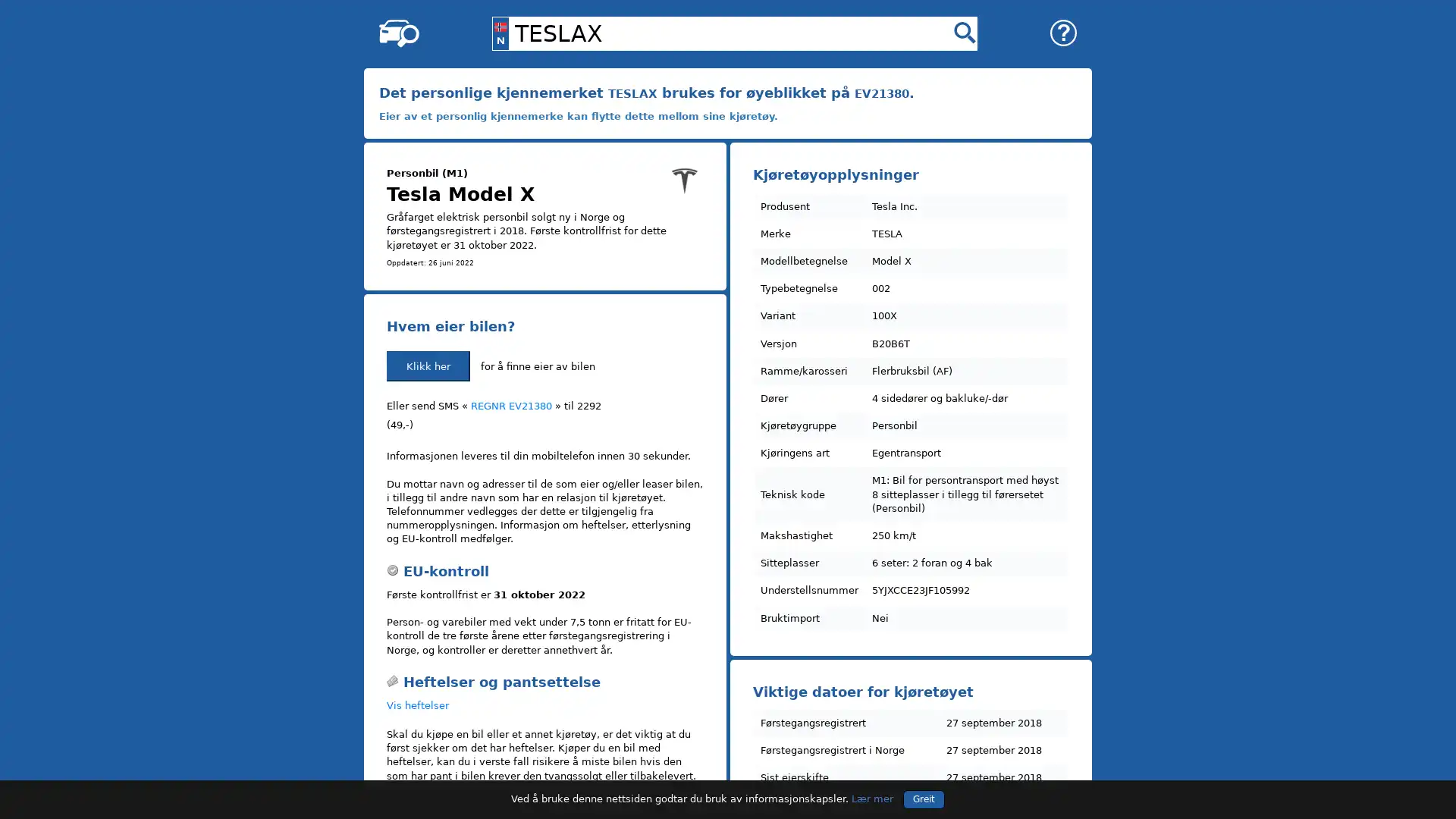 The height and width of the screenshot is (819, 1456). What do you see at coordinates (923, 798) in the screenshot?
I see `Greit` at bounding box center [923, 798].